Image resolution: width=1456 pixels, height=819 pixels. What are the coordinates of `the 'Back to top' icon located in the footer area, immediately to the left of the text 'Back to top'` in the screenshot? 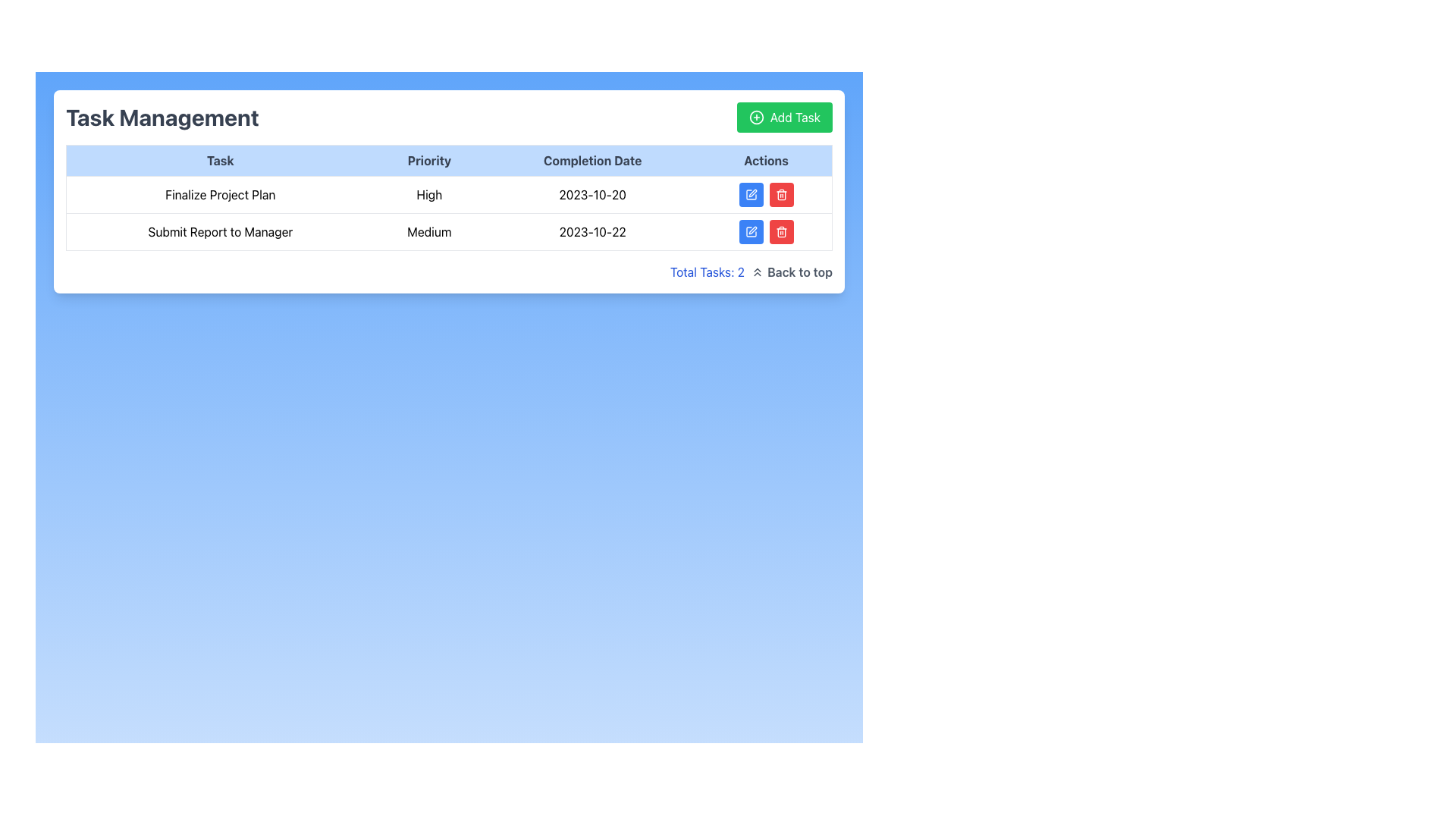 It's located at (757, 271).